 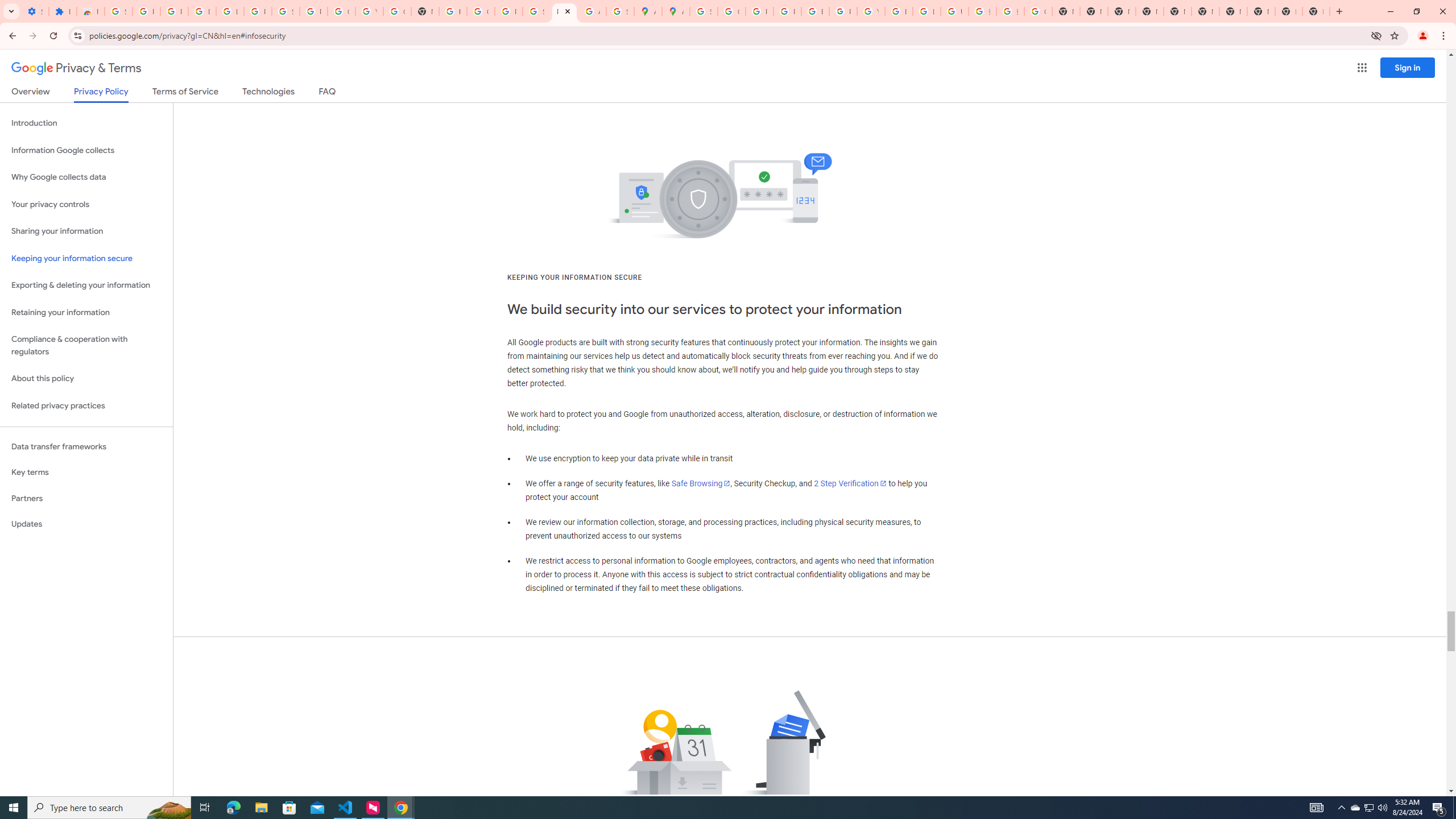 I want to click on 'Delete photos & videos - Computer - Google Photos Help', so click(x=201, y=11).